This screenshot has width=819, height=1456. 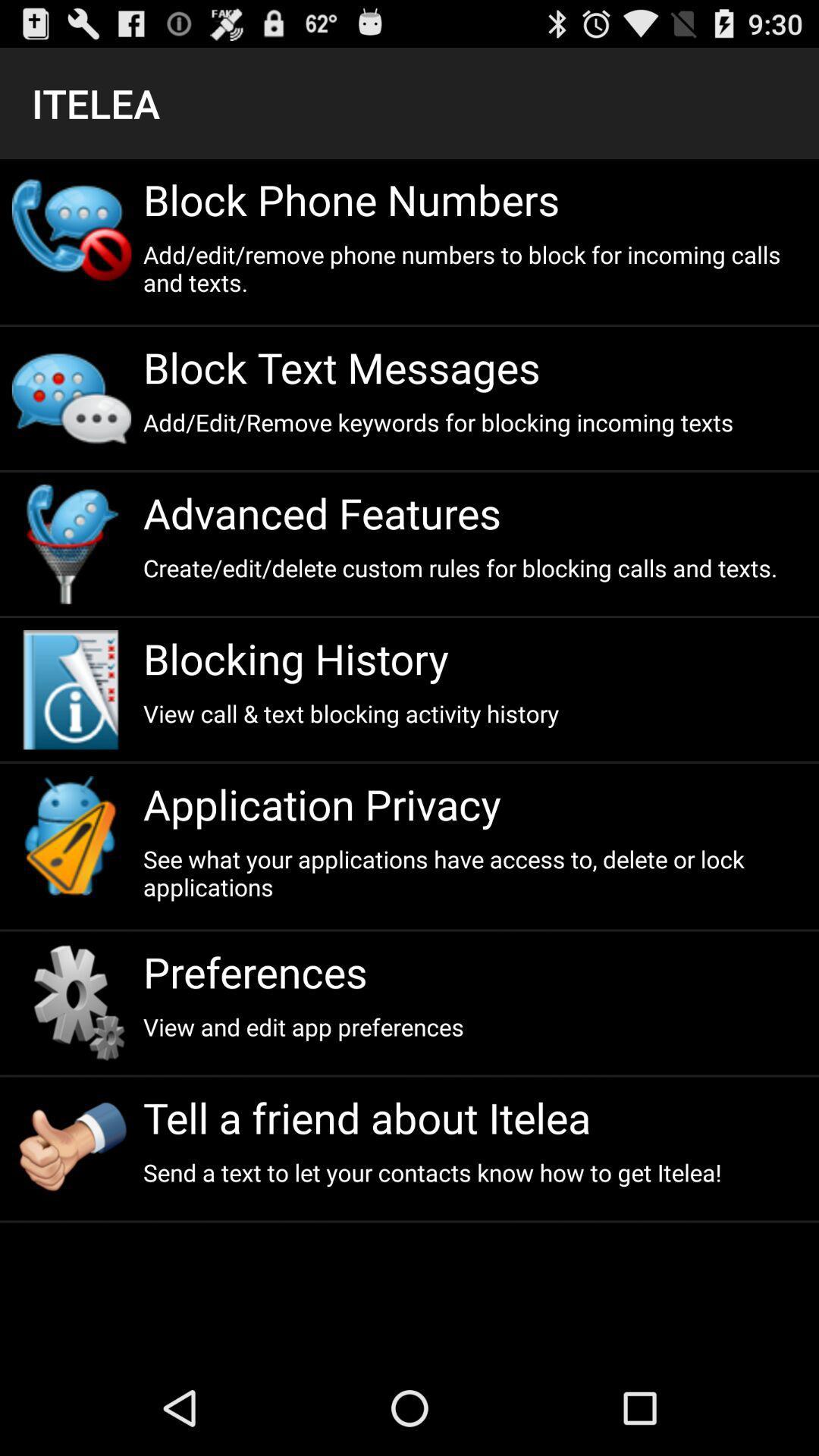 I want to click on the app above send a text icon, so click(x=474, y=1117).